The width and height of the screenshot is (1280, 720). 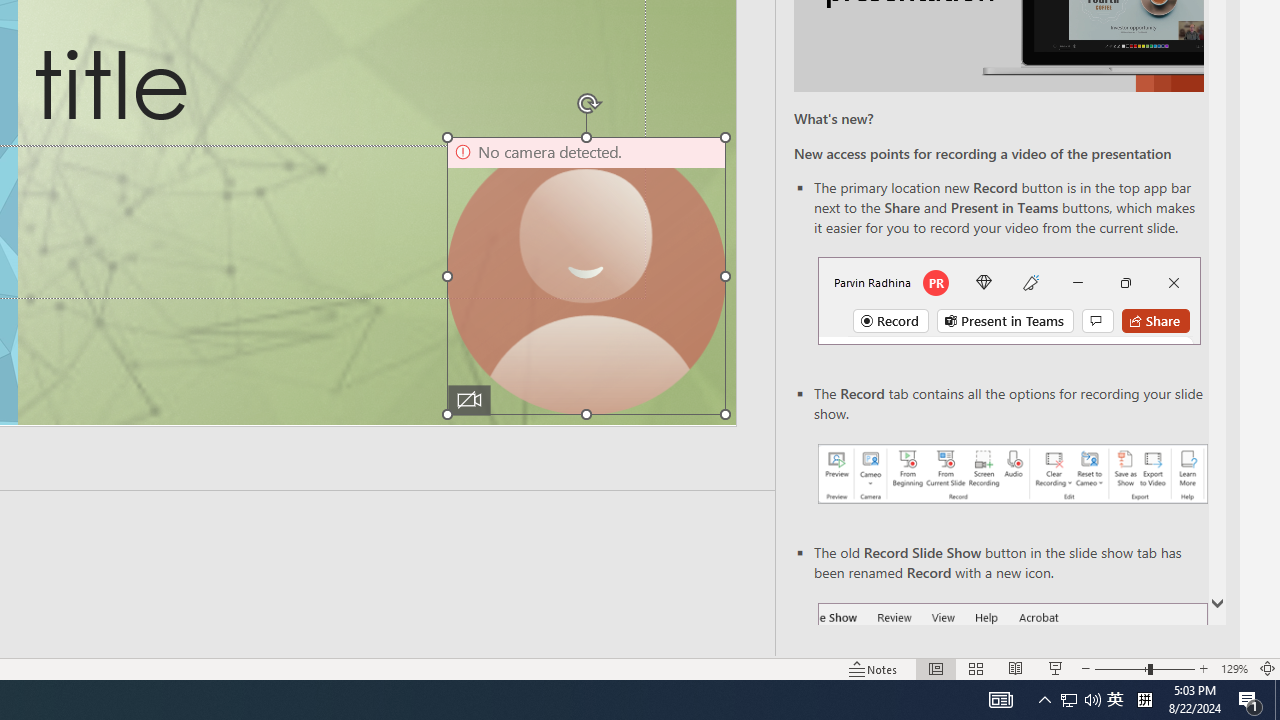 What do you see at coordinates (874, 669) in the screenshot?
I see `'Notes '` at bounding box center [874, 669].